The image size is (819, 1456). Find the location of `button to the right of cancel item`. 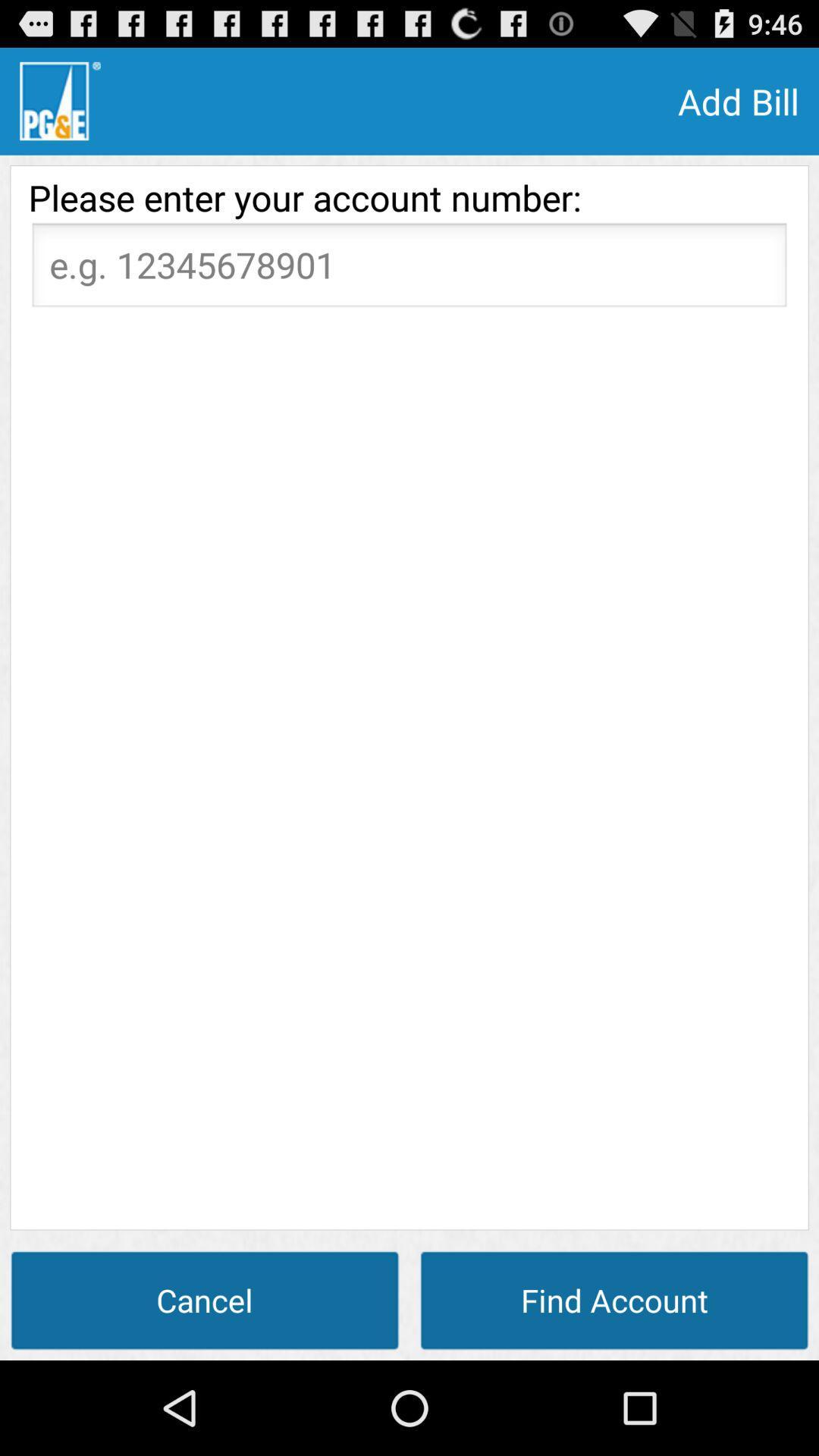

button to the right of cancel item is located at coordinates (614, 1299).